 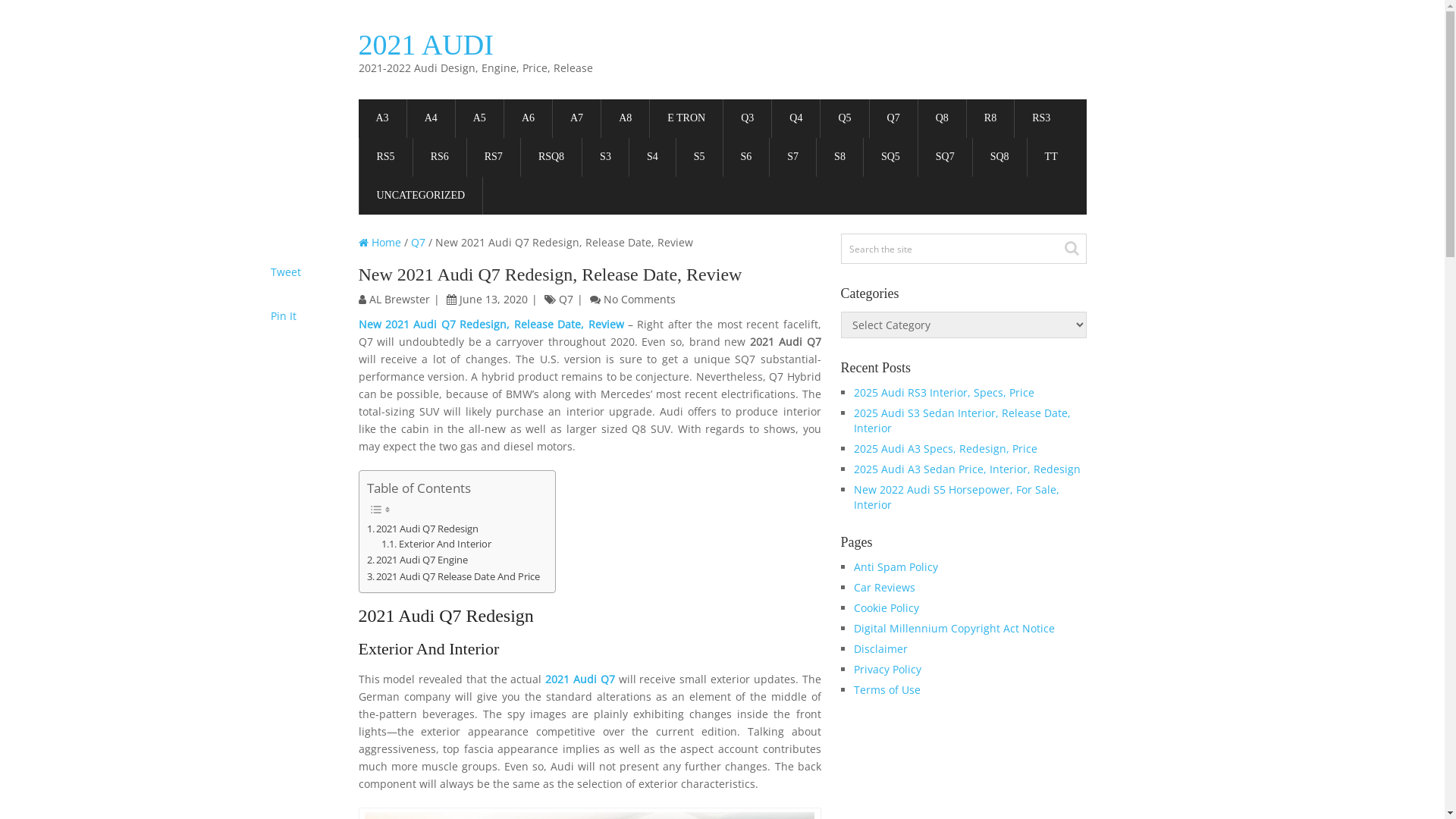 I want to click on 'Q4', so click(x=795, y=118).